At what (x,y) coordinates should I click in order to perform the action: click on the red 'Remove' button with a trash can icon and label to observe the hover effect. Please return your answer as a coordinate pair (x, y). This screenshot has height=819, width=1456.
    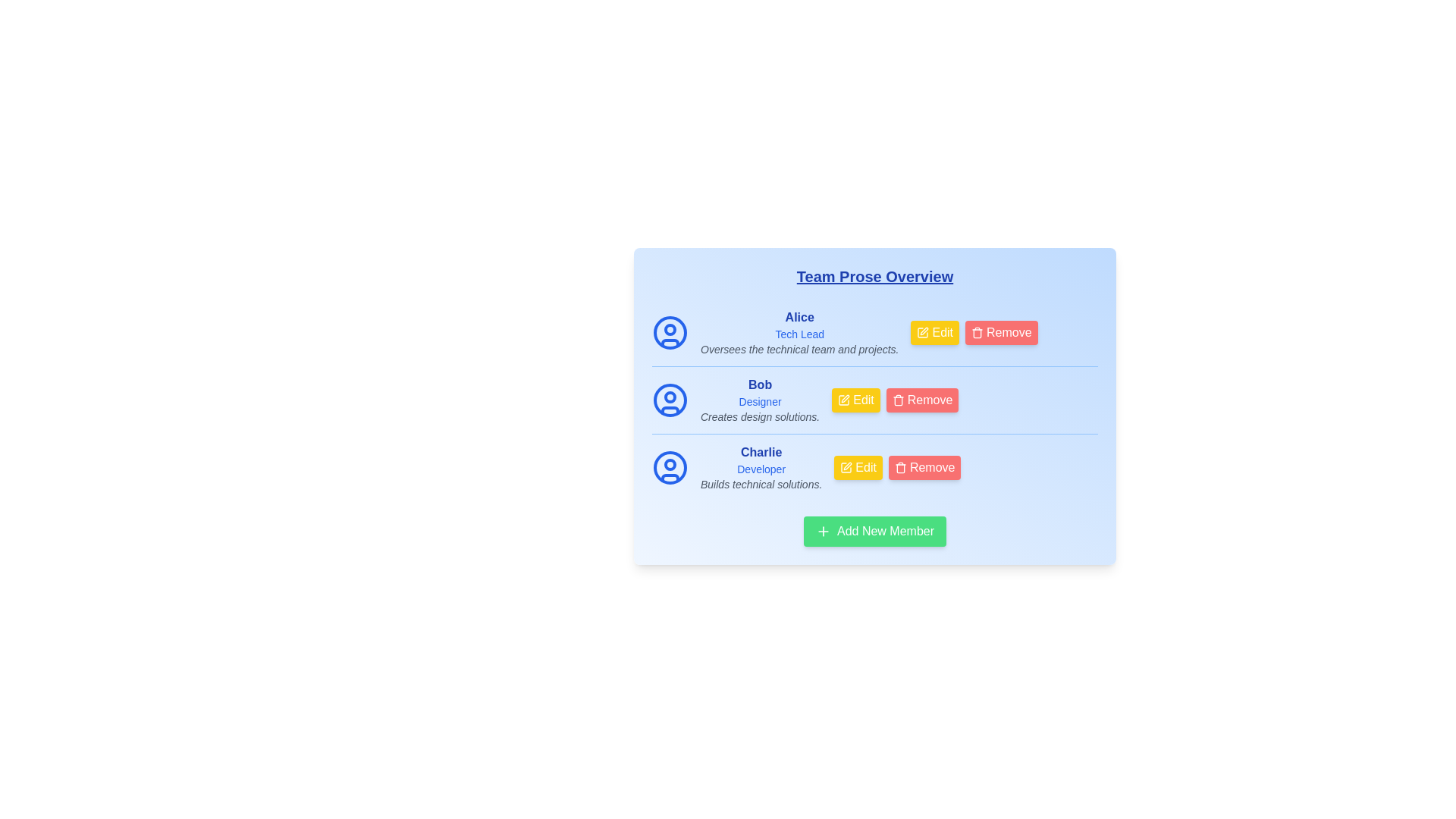
    Looking at the image, I should click on (924, 467).